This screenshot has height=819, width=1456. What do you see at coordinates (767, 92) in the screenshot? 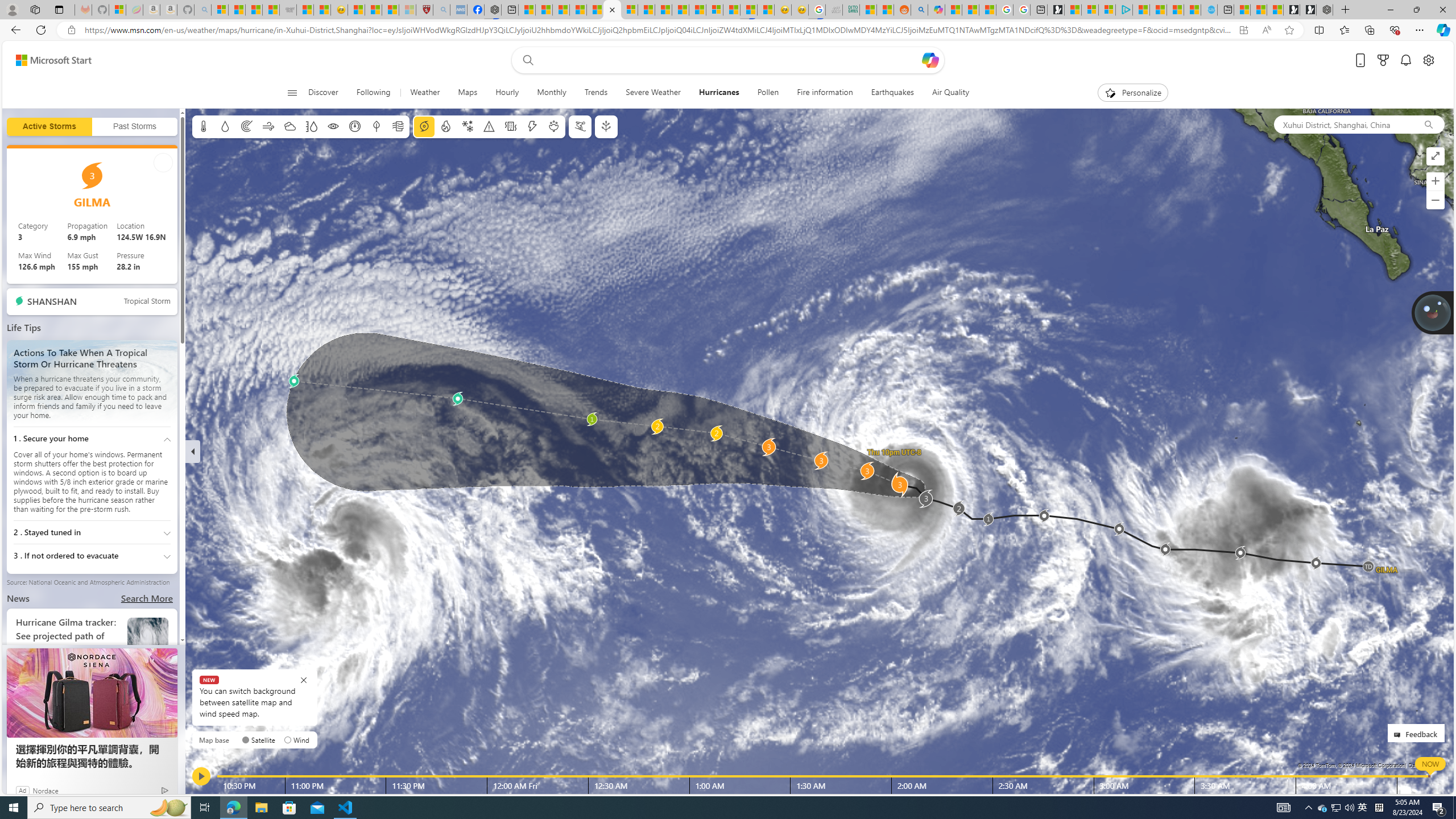
I see `'Pollen'` at bounding box center [767, 92].